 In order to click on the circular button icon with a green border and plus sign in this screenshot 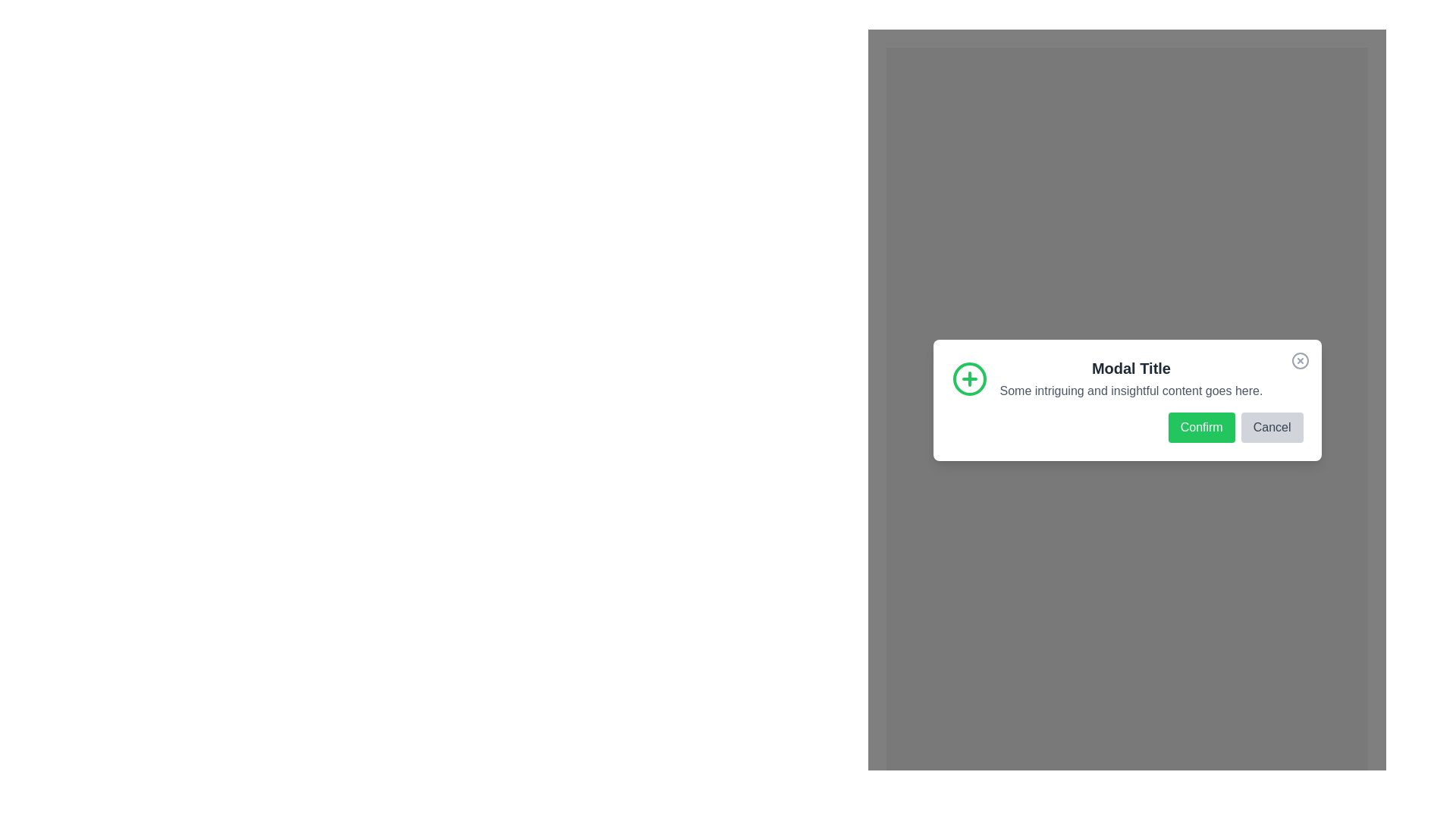, I will do `click(968, 378)`.